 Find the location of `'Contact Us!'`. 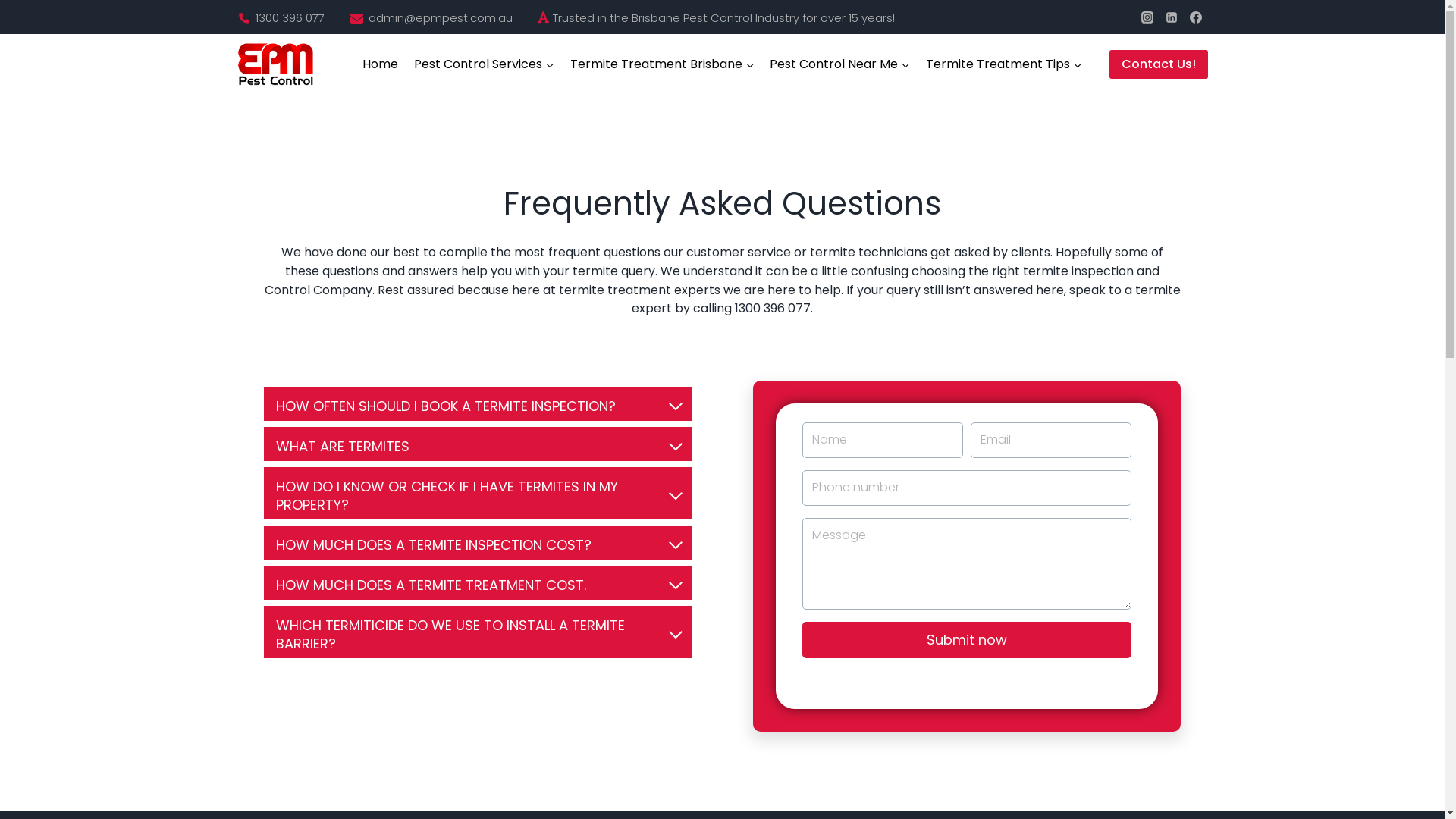

'Contact Us!' is located at coordinates (1156, 63).